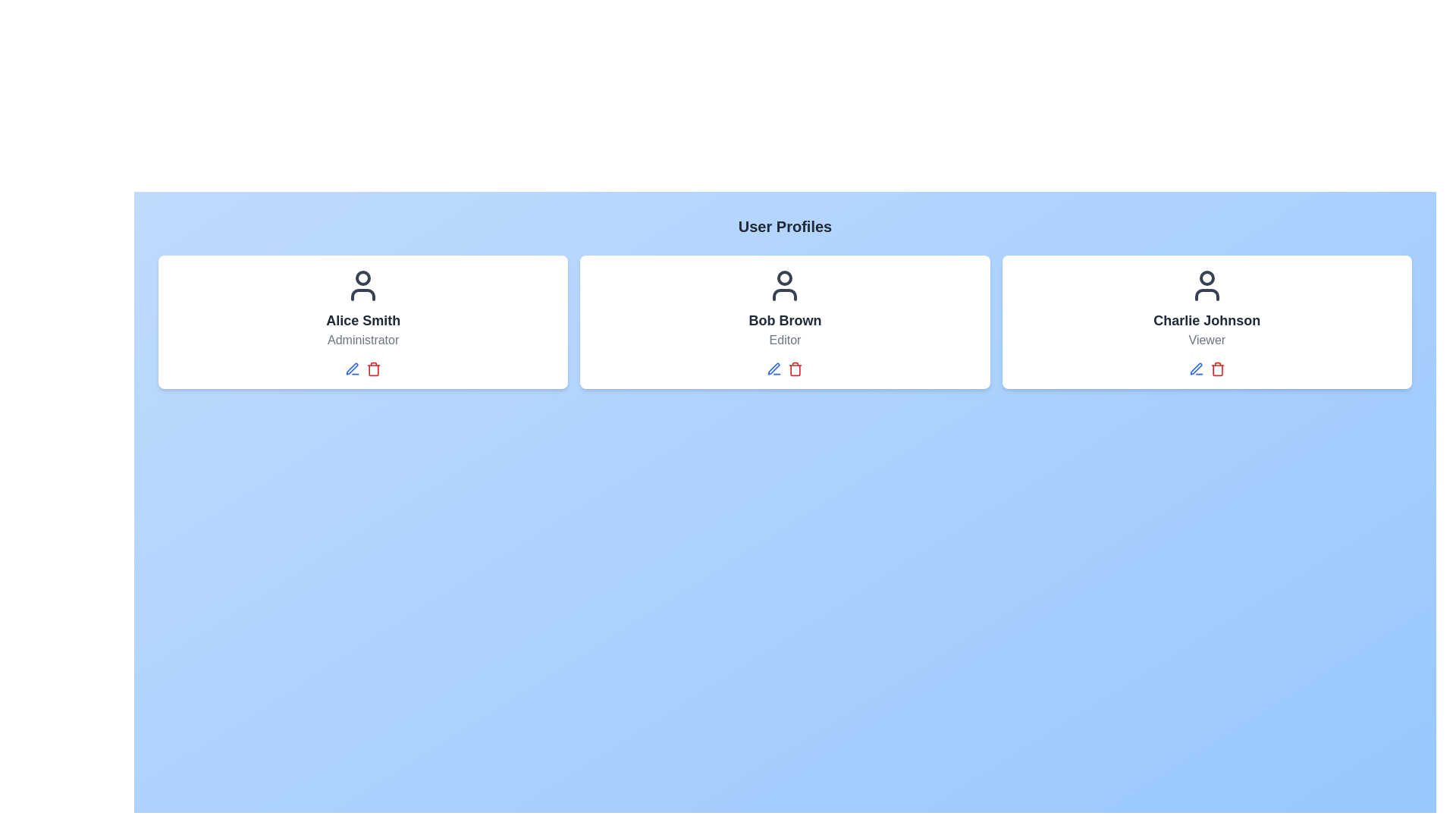 The image size is (1456, 819). I want to click on the small circular graphical element representing user Bob Brown's avatar, which is located centrally at the top of the card containing his name, so click(785, 278).